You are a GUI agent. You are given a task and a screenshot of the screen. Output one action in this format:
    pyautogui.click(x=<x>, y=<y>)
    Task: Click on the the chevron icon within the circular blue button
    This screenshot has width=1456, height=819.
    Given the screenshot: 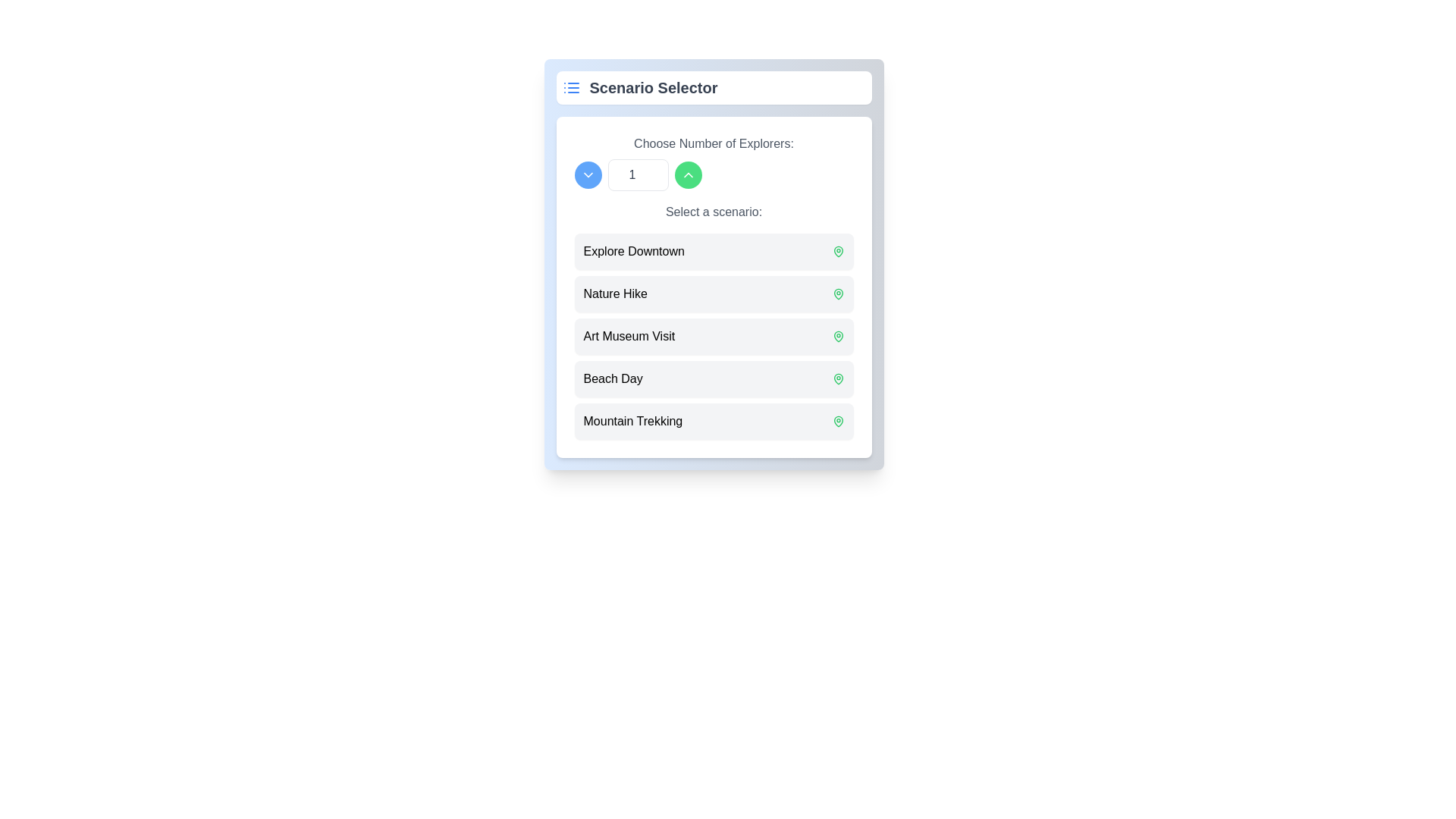 What is the action you would take?
    pyautogui.click(x=587, y=174)
    